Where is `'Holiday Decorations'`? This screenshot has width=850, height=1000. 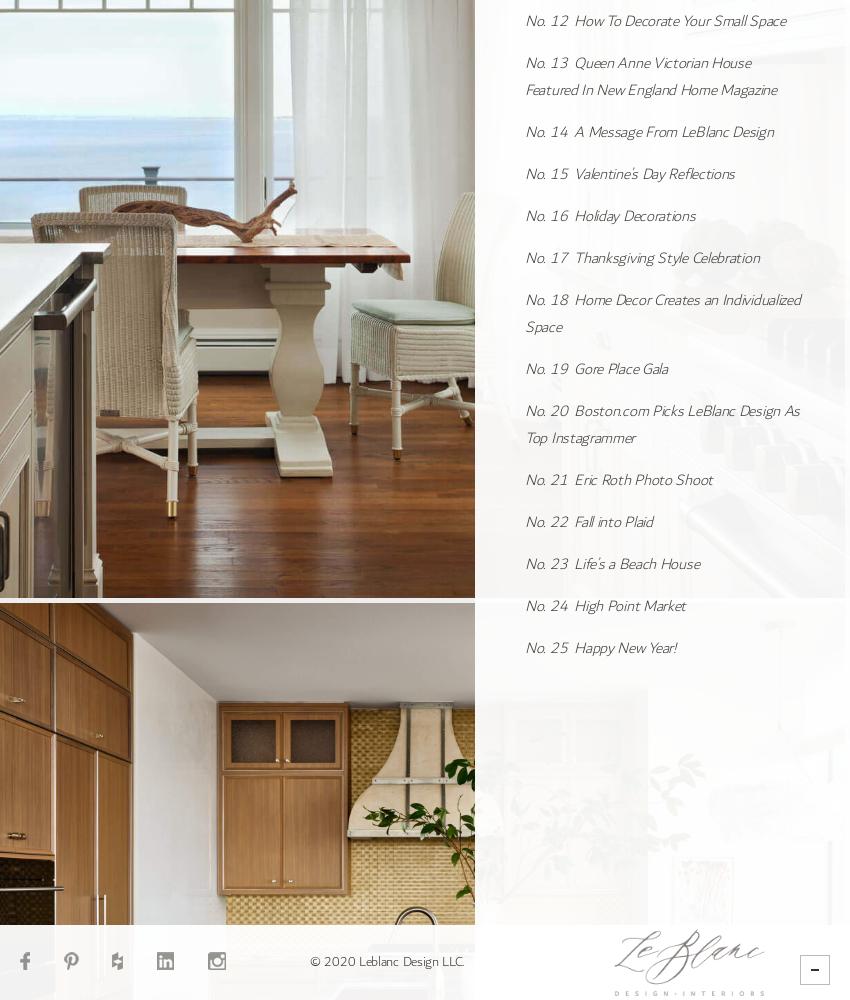
'Holiday Decorations' is located at coordinates (574, 214).